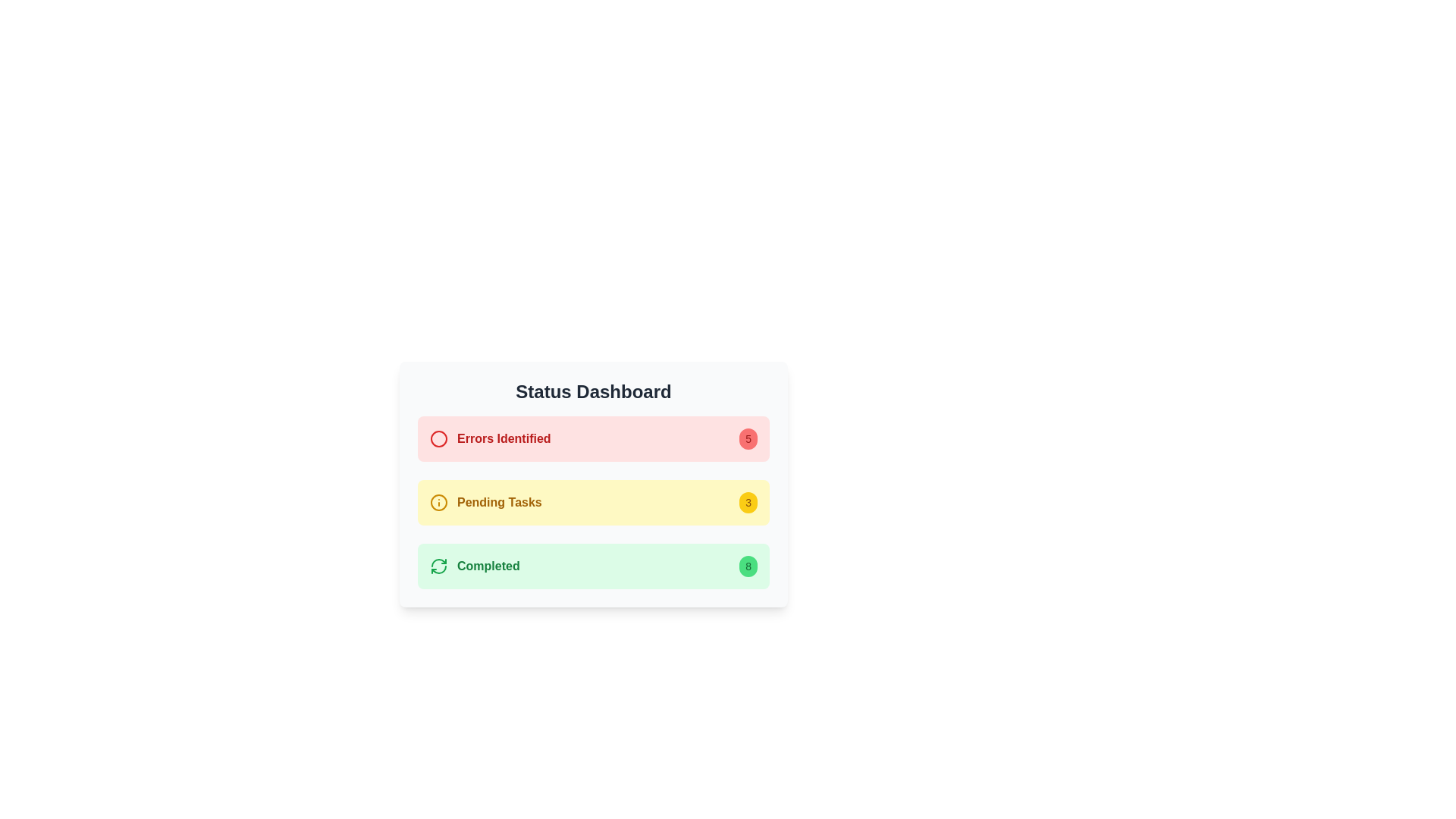 This screenshot has height=819, width=1456. I want to click on the red circular icon symbolizing an error or notification, so click(438, 438).